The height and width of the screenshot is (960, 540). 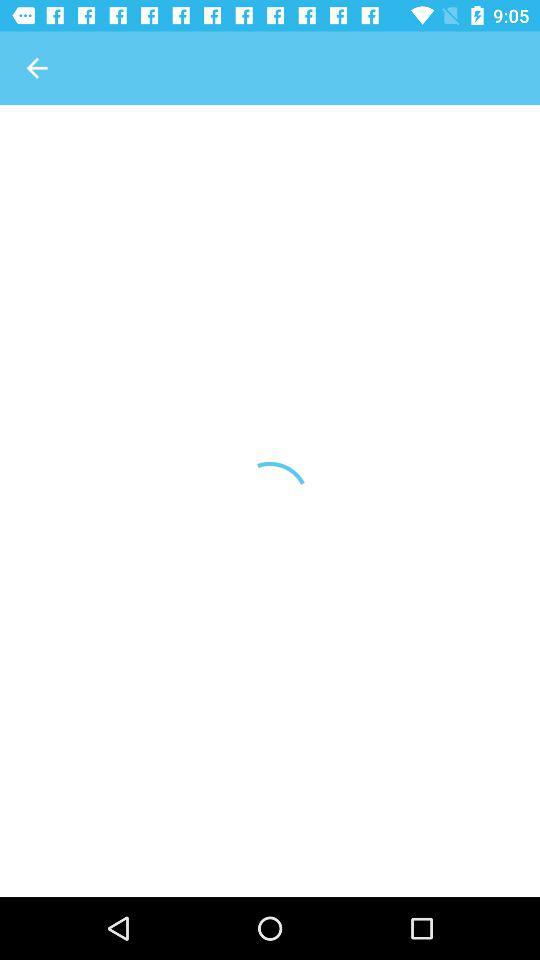 I want to click on the icon at the top left corner, so click(x=36, y=68).